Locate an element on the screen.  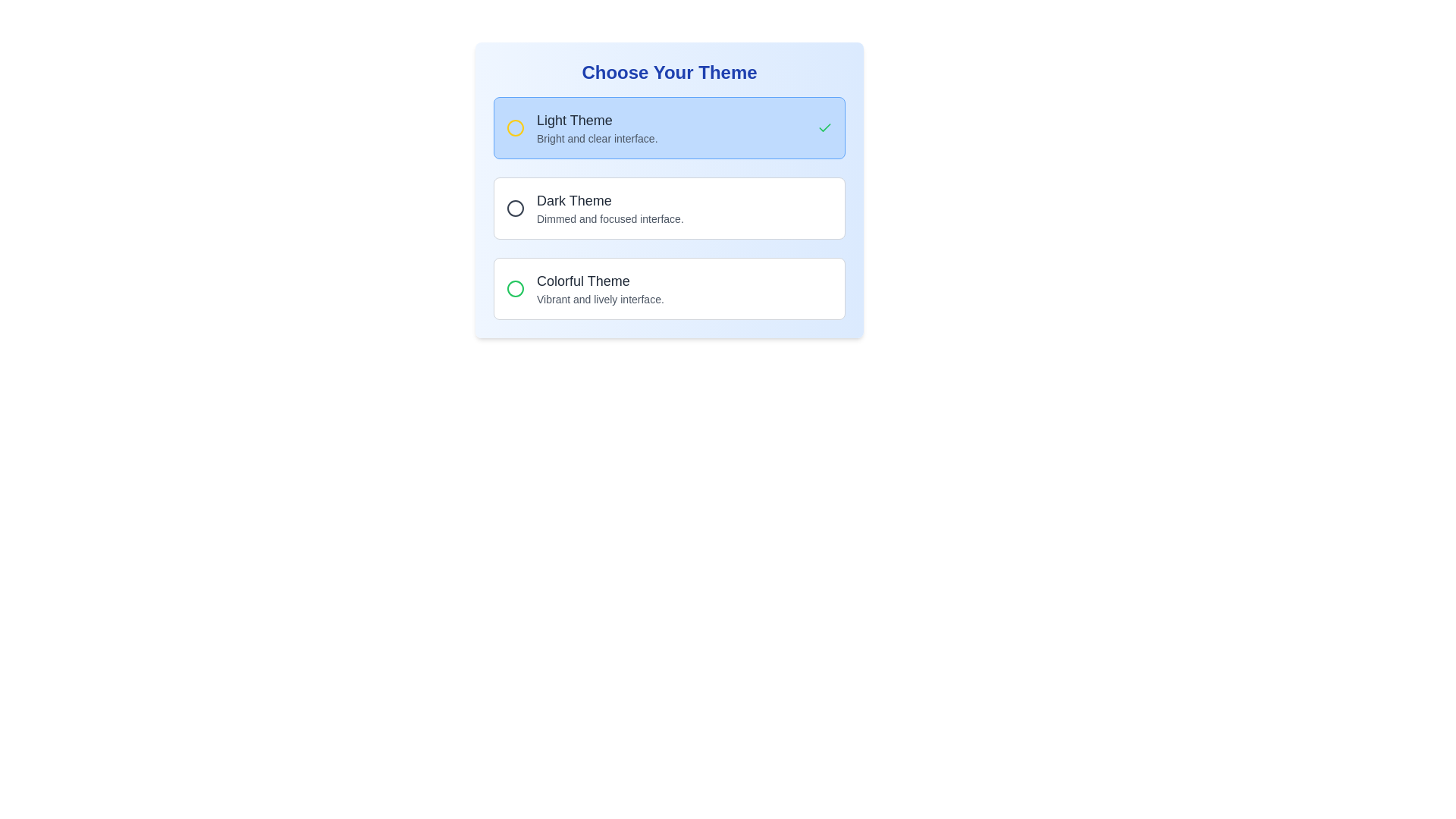
the 'Dark Theme' radio button in the theme selector is located at coordinates (594, 208).